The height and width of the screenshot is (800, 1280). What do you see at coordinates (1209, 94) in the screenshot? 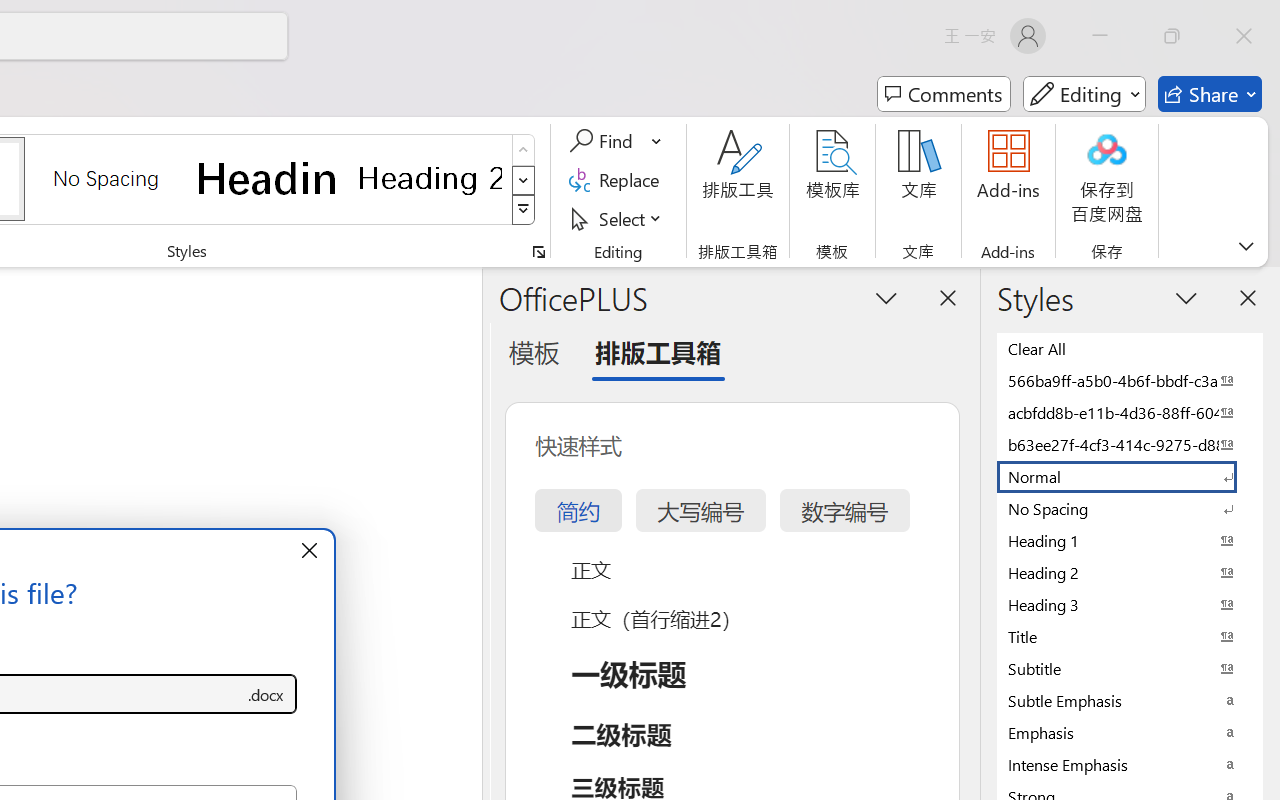
I see `'Share'` at bounding box center [1209, 94].